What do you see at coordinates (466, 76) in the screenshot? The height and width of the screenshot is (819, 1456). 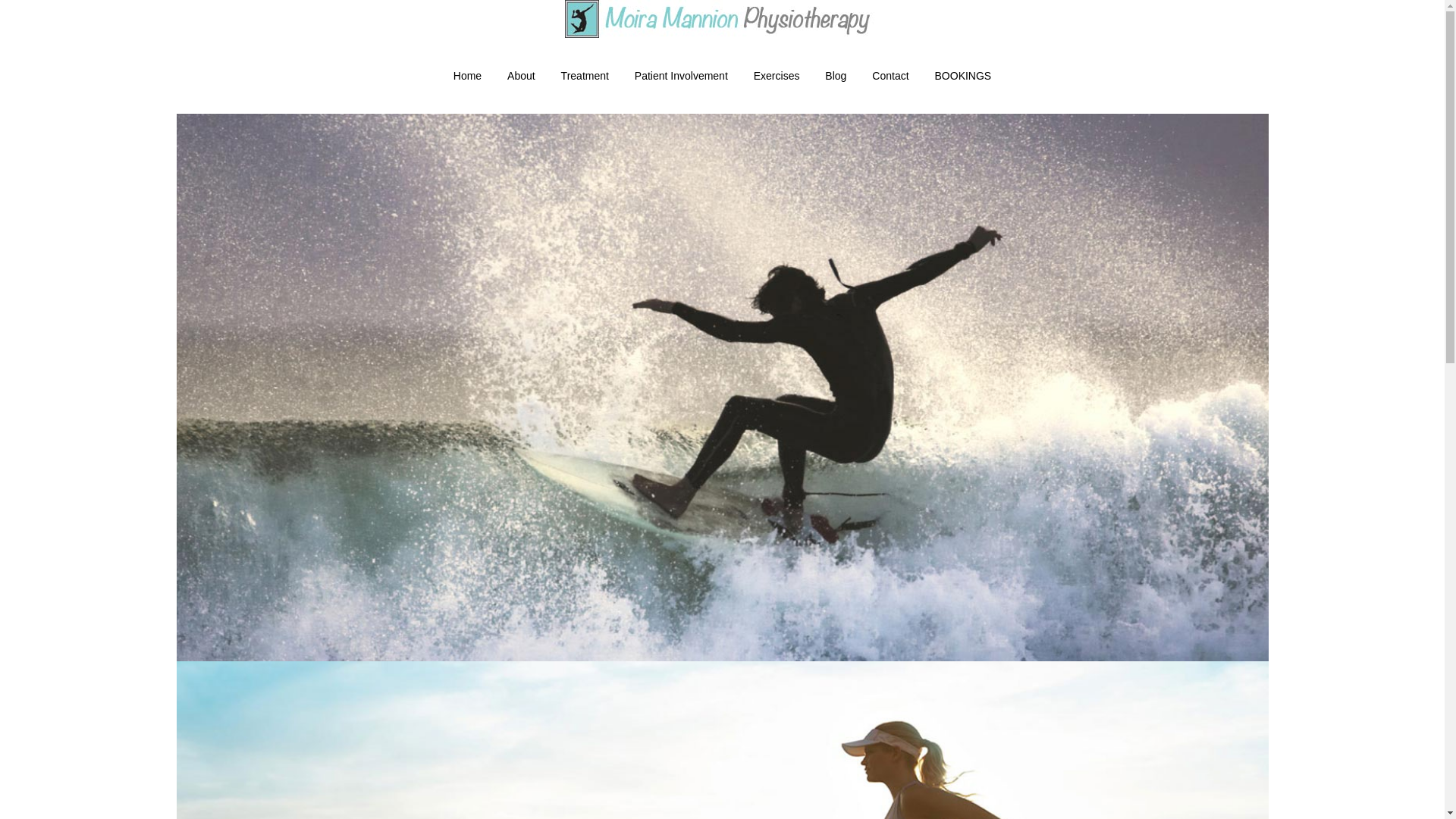 I see `'Home'` at bounding box center [466, 76].